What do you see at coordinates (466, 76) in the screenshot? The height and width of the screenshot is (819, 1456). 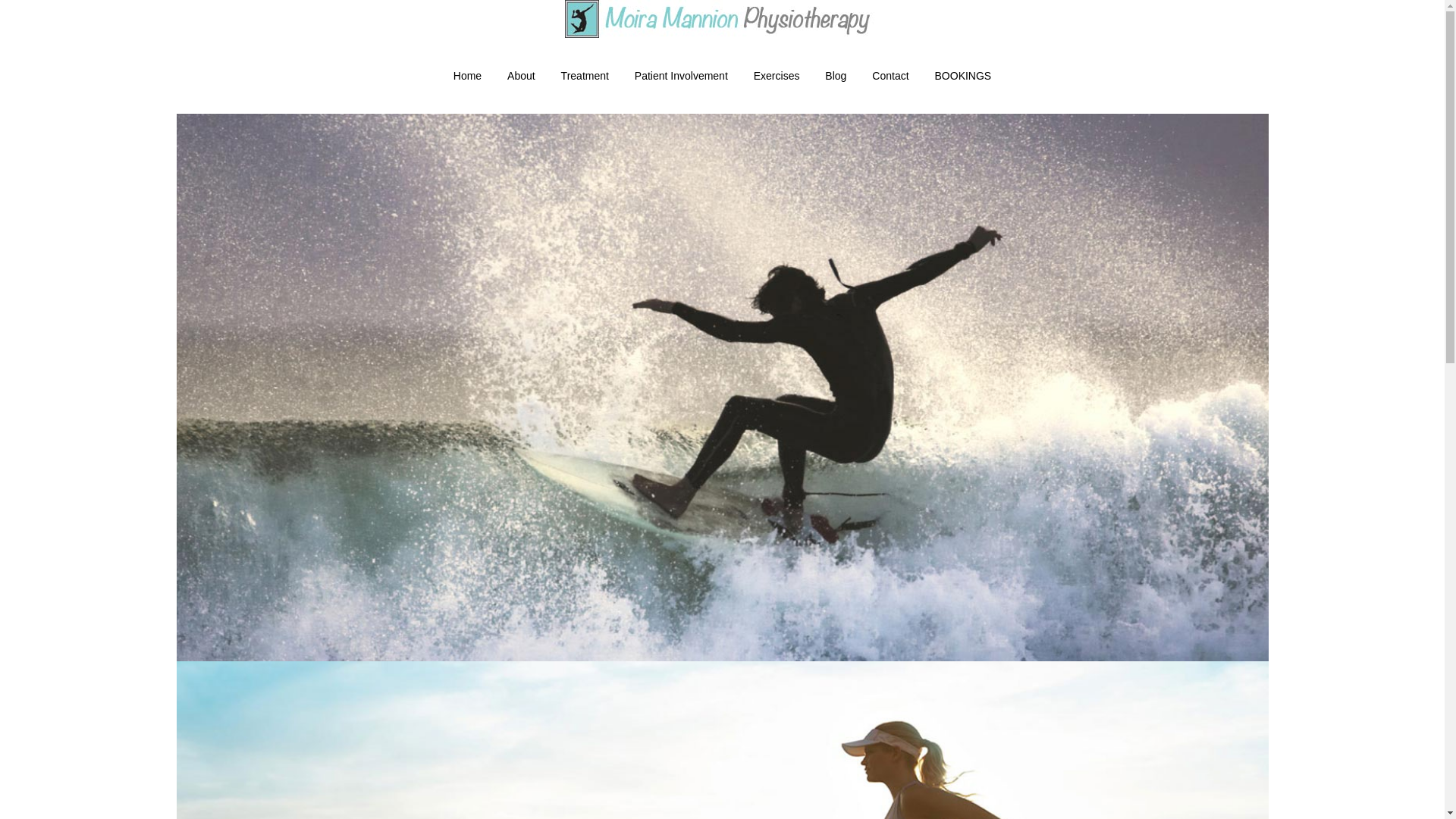 I see `'Home'` at bounding box center [466, 76].